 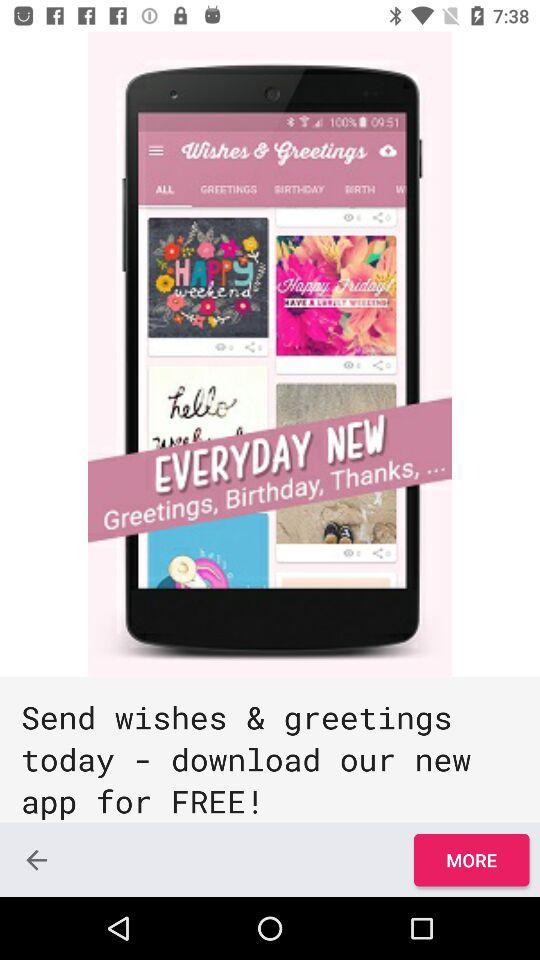 What do you see at coordinates (471, 859) in the screenshot?
I see `icon at the bottom right corner` at bounding box center [471, 859].